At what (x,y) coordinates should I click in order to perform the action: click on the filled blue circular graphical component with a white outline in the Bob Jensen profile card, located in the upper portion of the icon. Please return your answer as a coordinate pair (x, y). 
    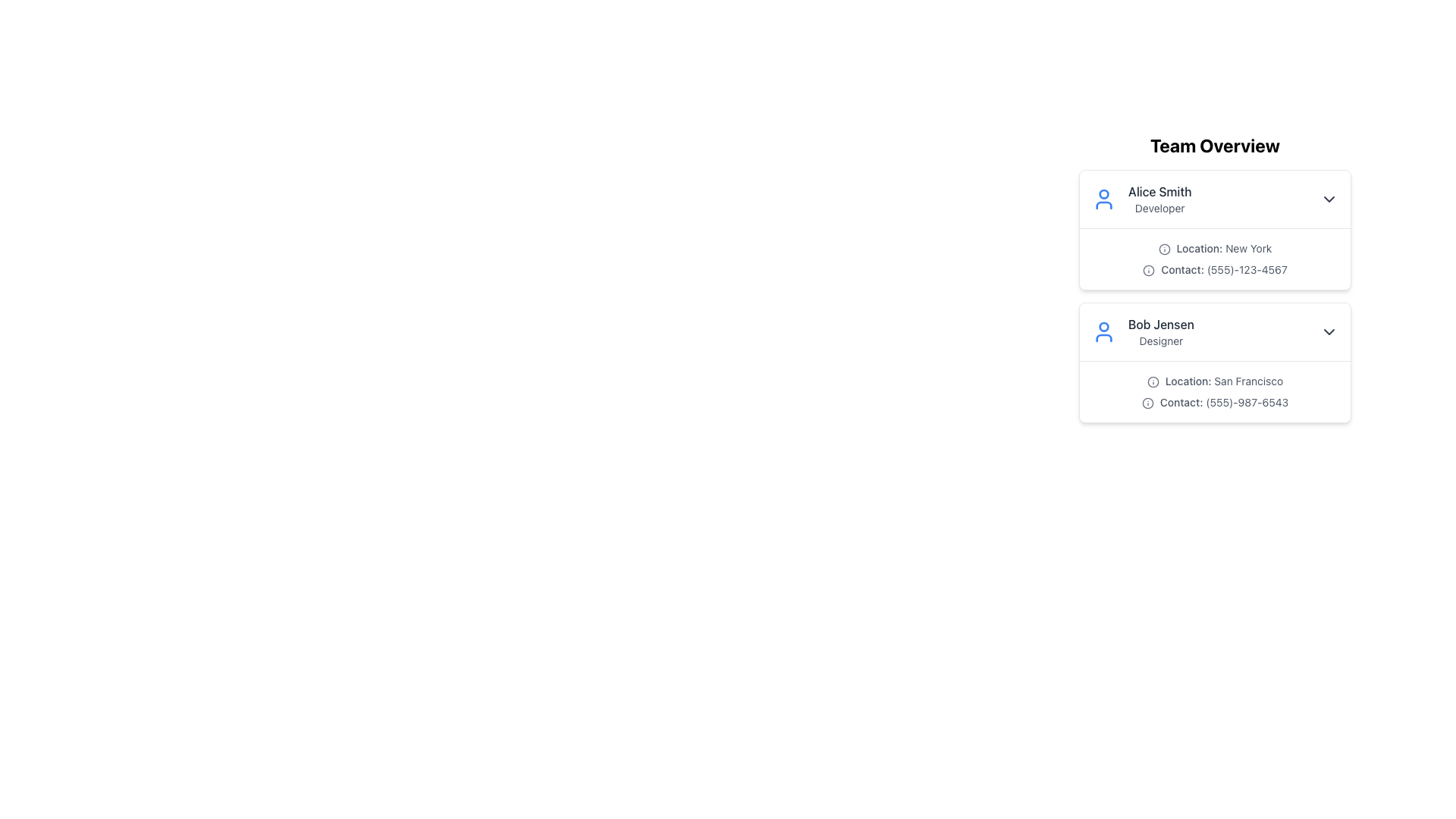
    Looking at the image, I should click on (1103, 326).